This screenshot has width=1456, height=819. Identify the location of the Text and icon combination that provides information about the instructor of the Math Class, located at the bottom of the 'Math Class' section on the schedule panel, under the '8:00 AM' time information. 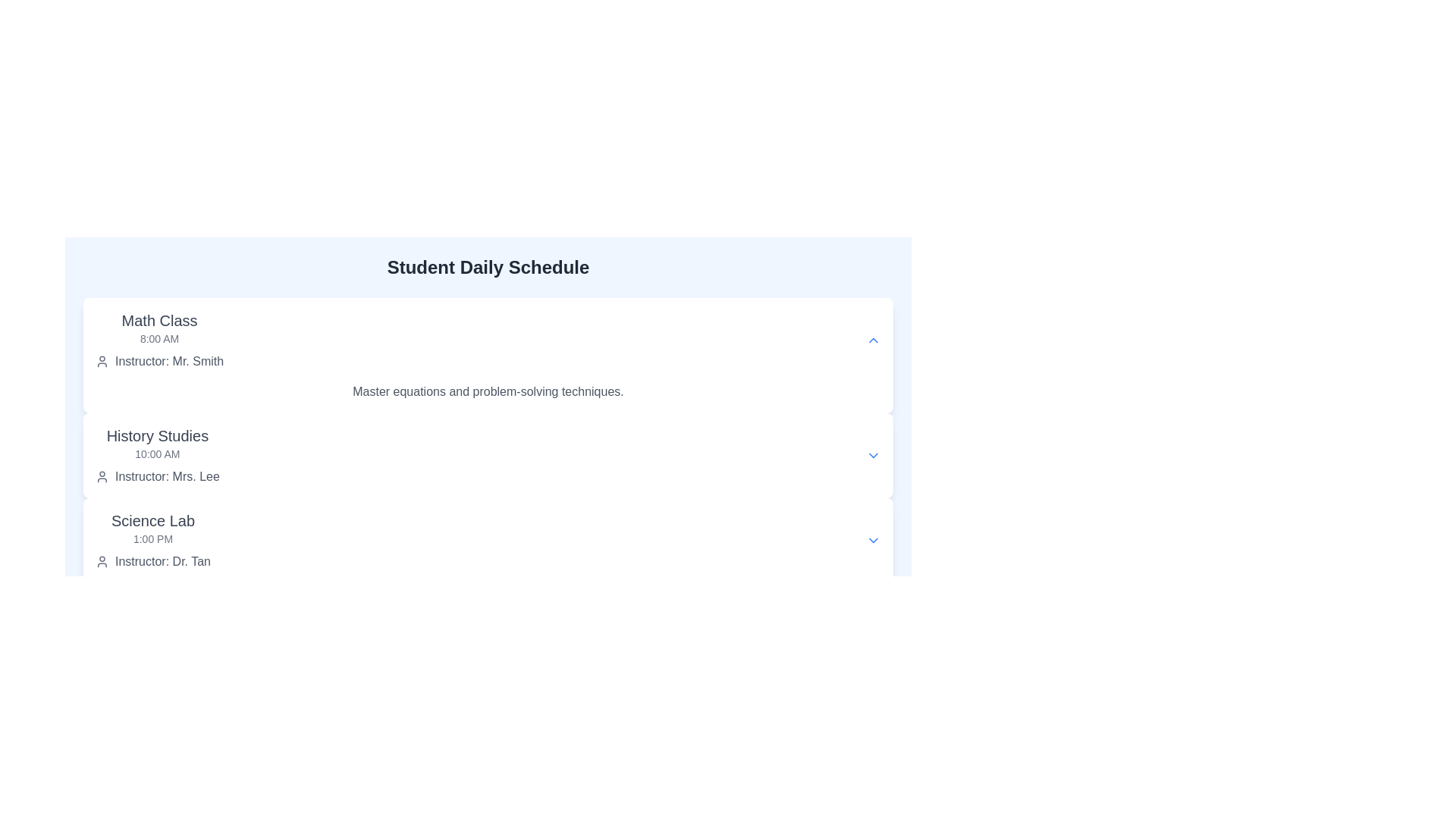
(159, 362).